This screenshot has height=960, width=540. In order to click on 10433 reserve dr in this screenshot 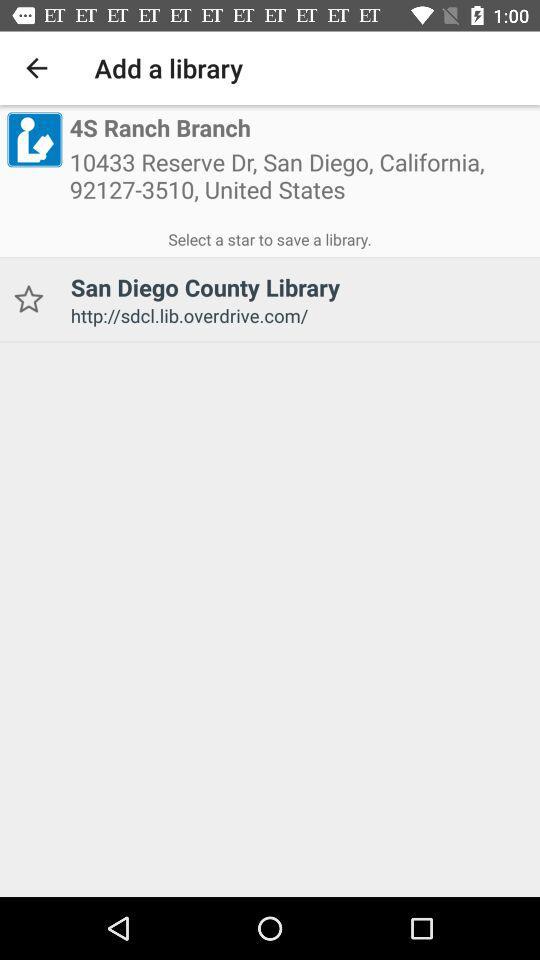, I will do `click(300, 182)`.